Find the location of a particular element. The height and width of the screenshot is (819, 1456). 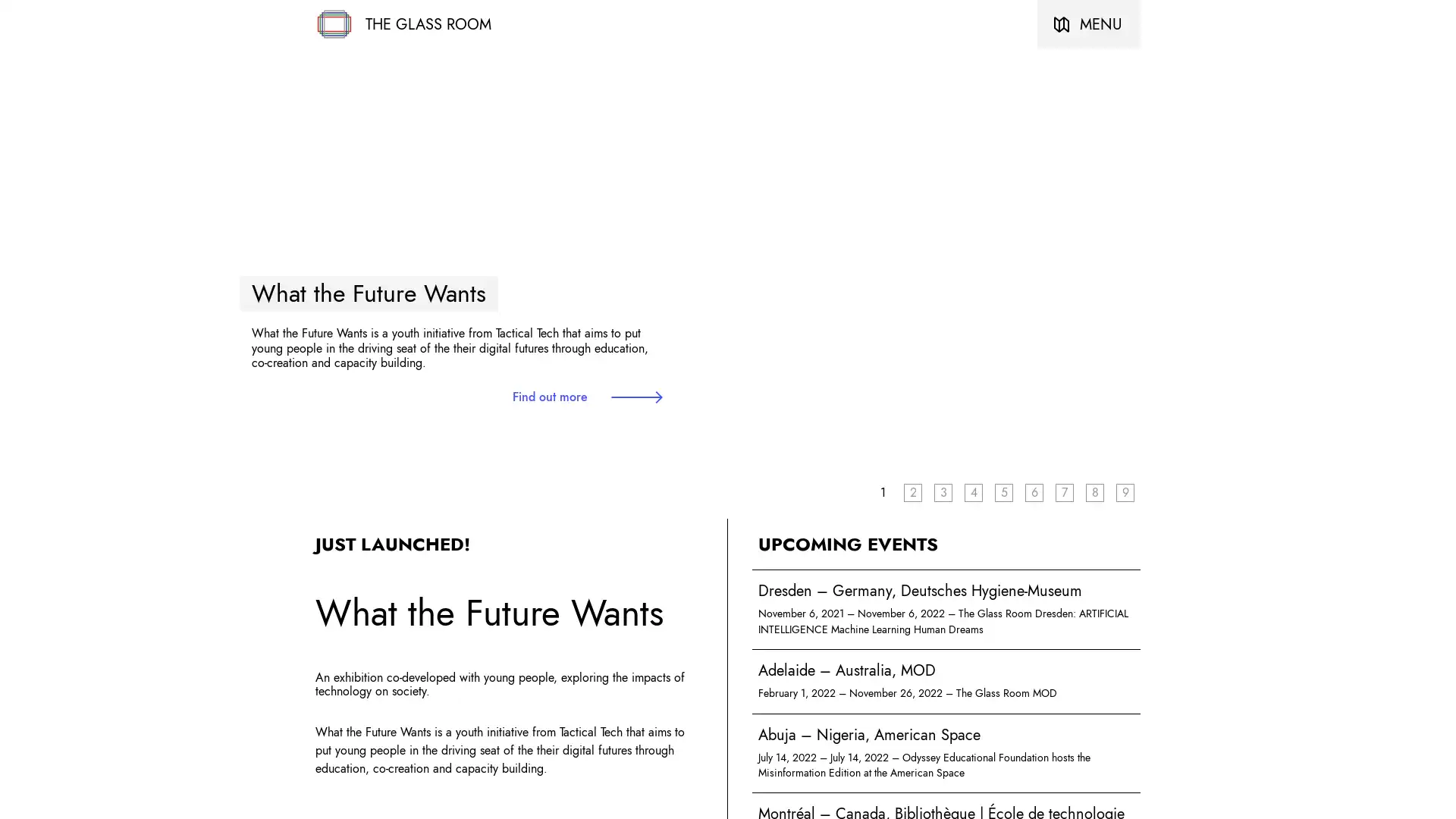

slide item 7 is located at coordinates (1063, 491).